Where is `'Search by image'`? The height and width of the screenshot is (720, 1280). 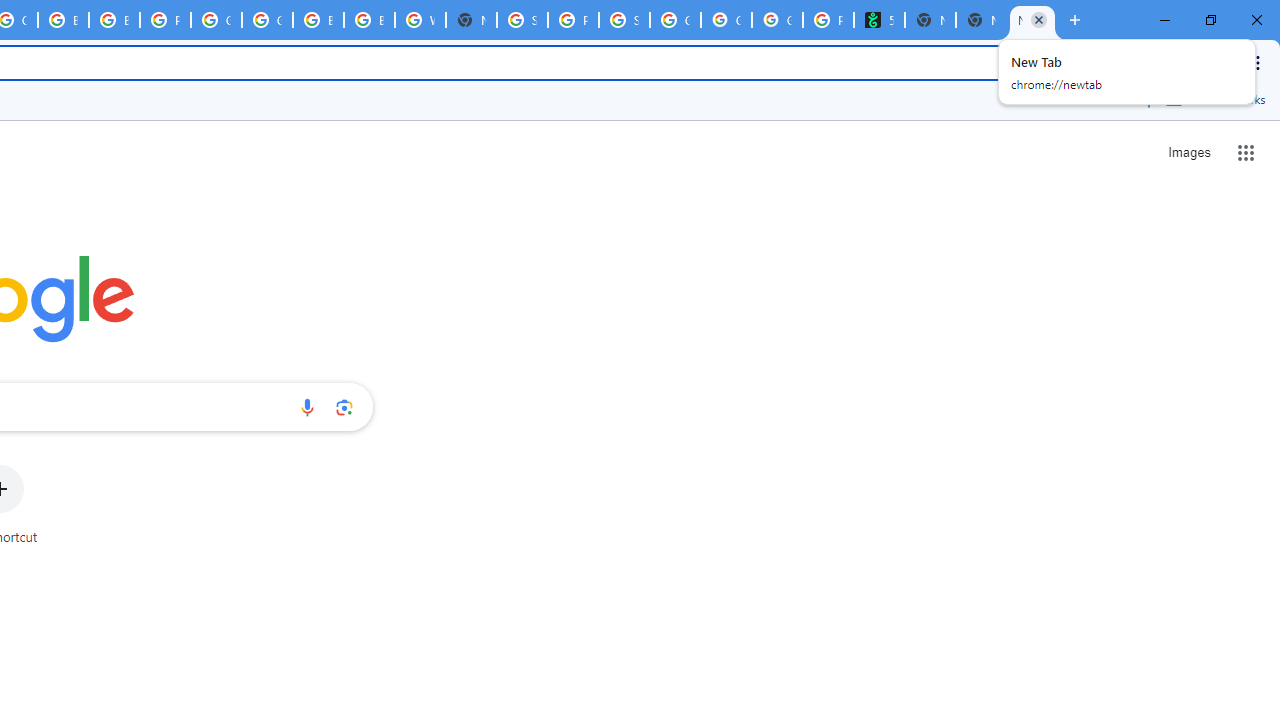
'Search by image' is located at coordinates (344, 406).